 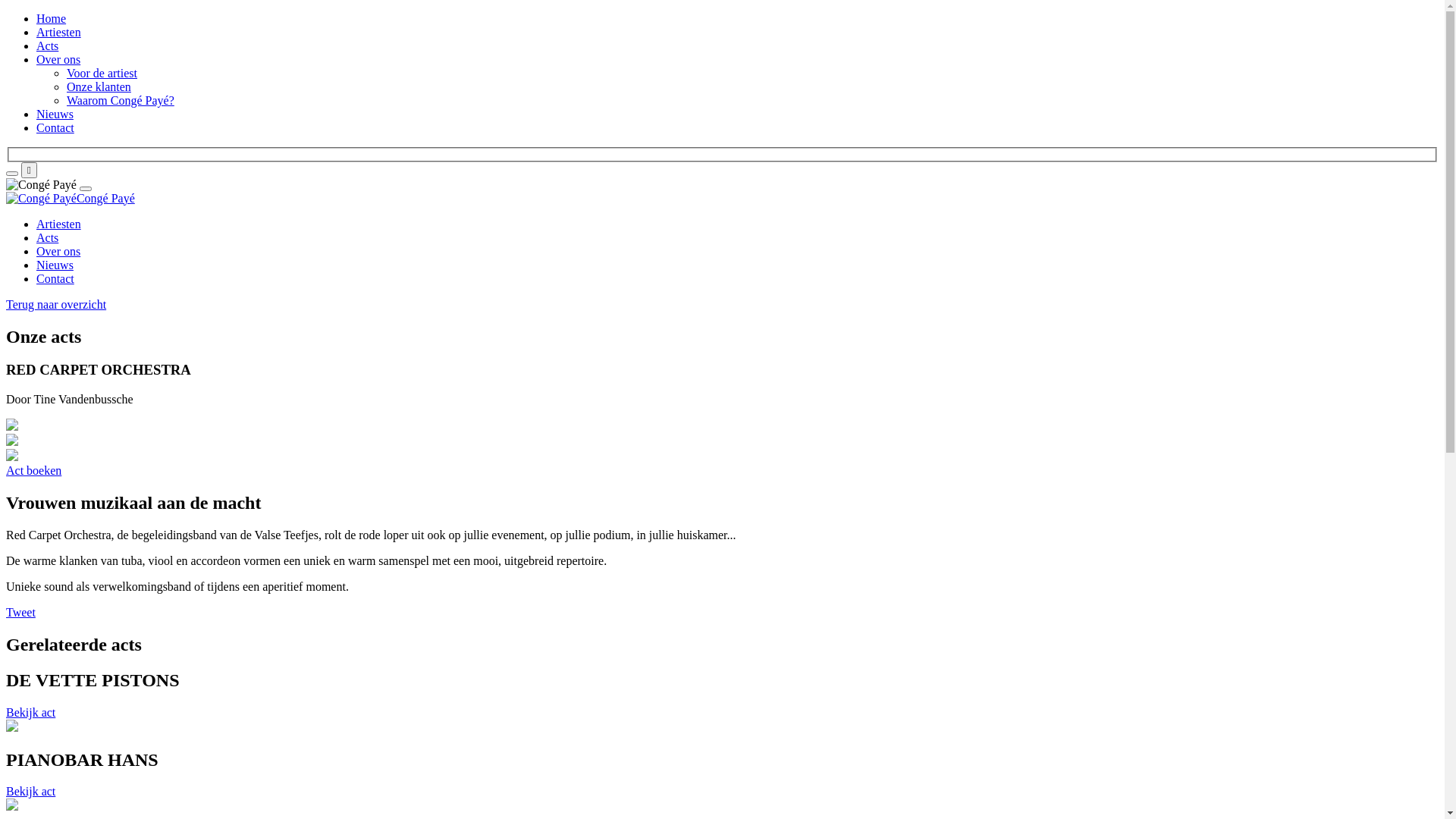 I want to click on 'Onze klanten', so click(x=98, y=86).